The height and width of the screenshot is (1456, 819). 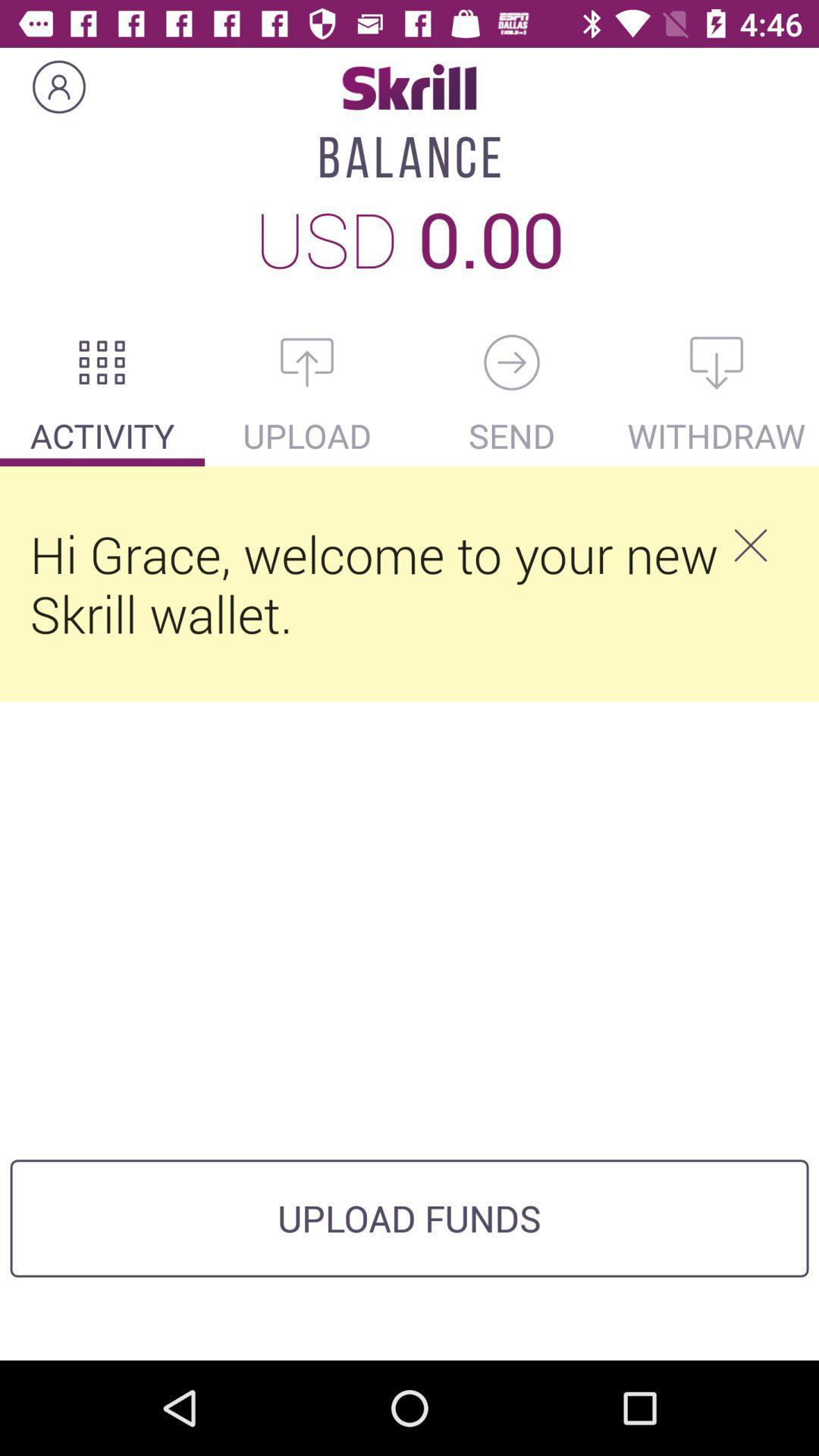 I want to click on the icon on the right, so click(x=749, y=545).